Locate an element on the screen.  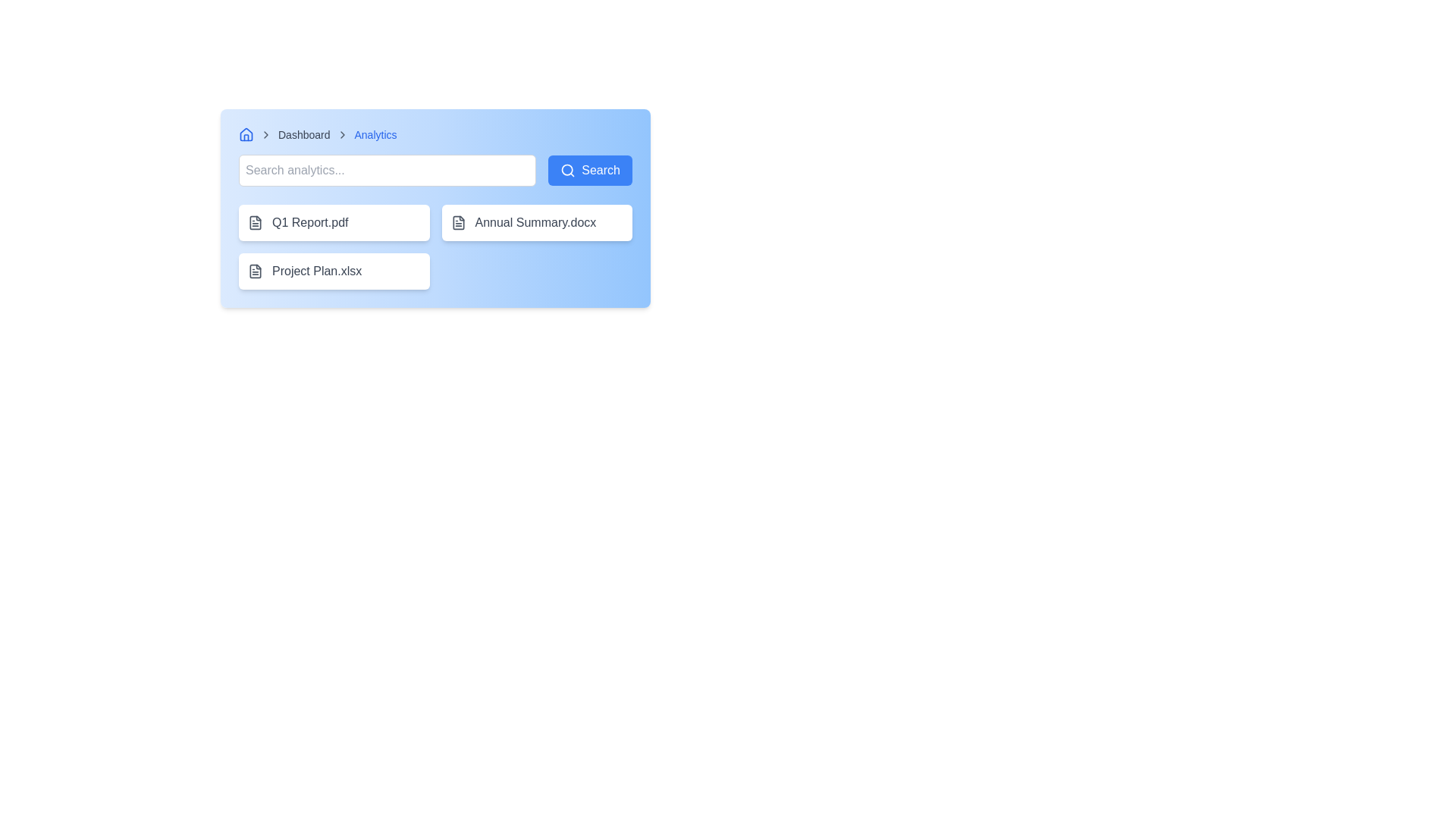
the text label displaying 'Annual Summary.docx', which is the second file entry is located at coordinates (535, 222).